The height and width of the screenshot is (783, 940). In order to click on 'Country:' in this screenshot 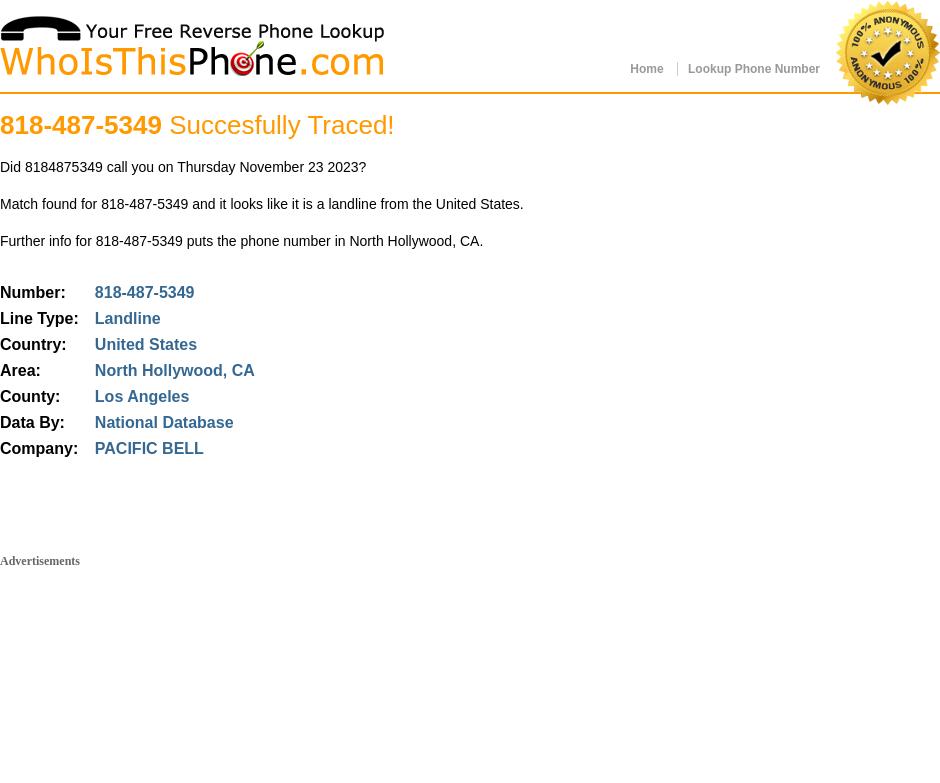, I will do `click(32, 344)`.